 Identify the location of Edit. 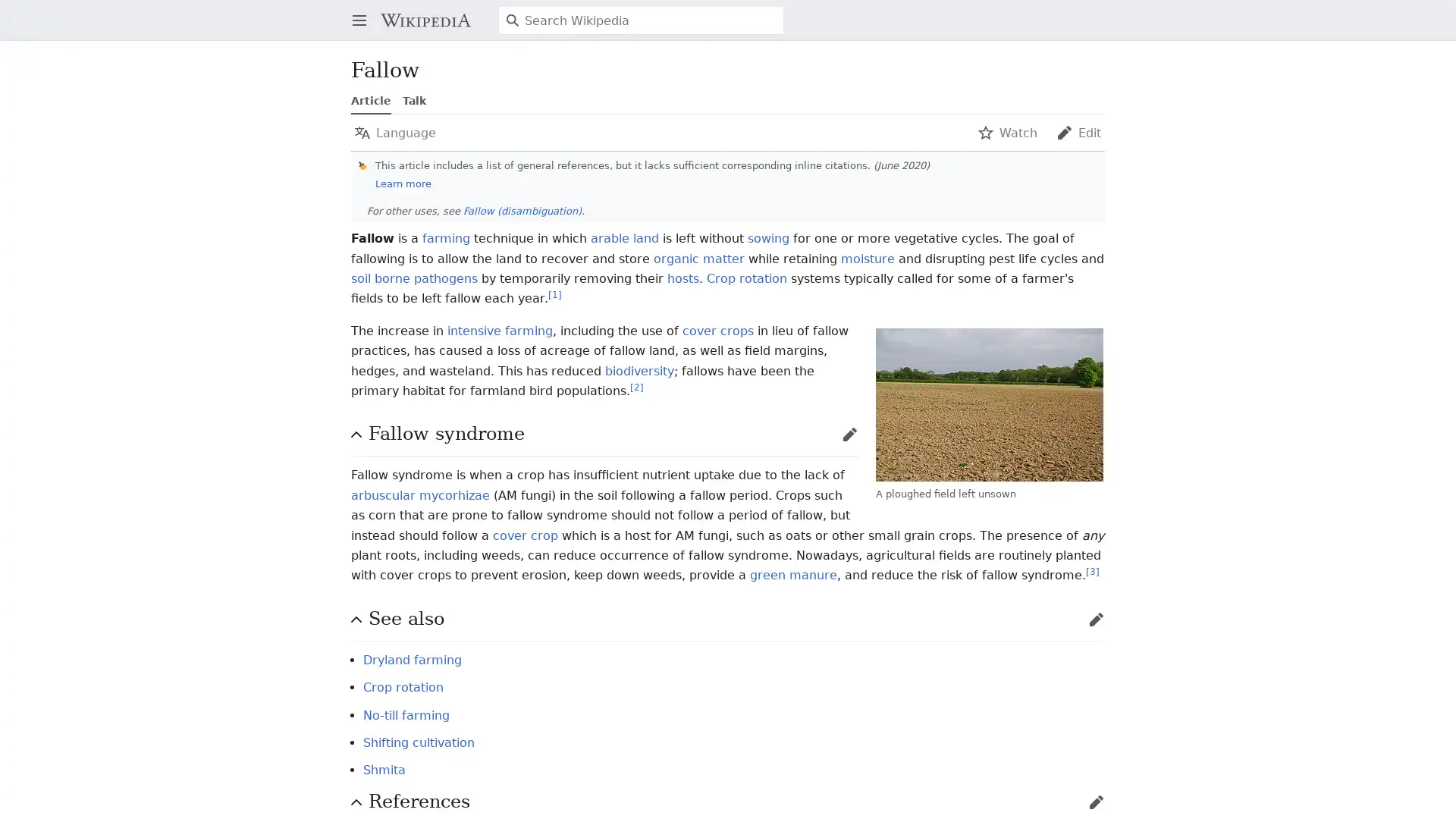
(1077, 131).